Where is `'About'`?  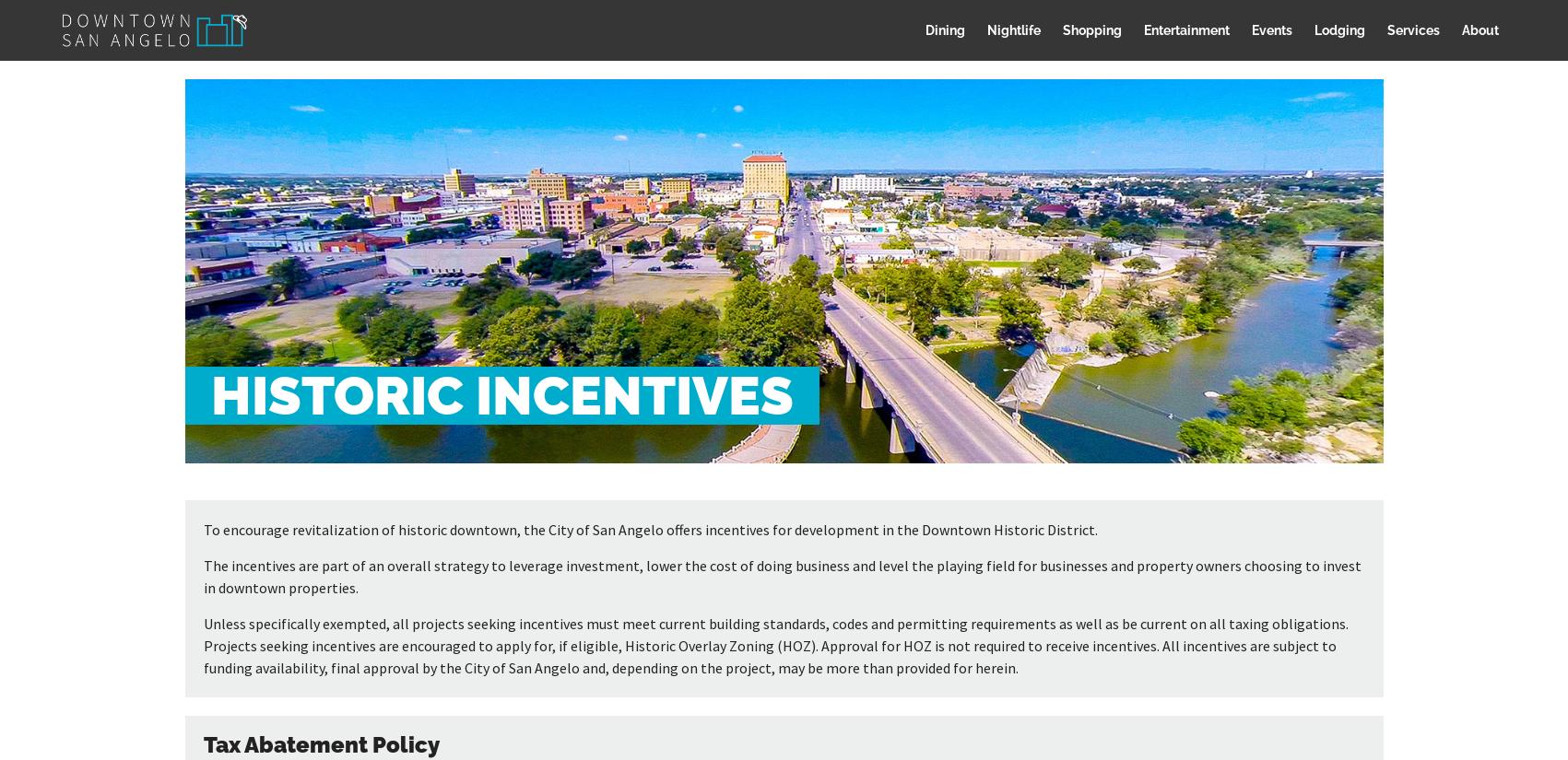 'About' is located at coordinates (1479, 29).